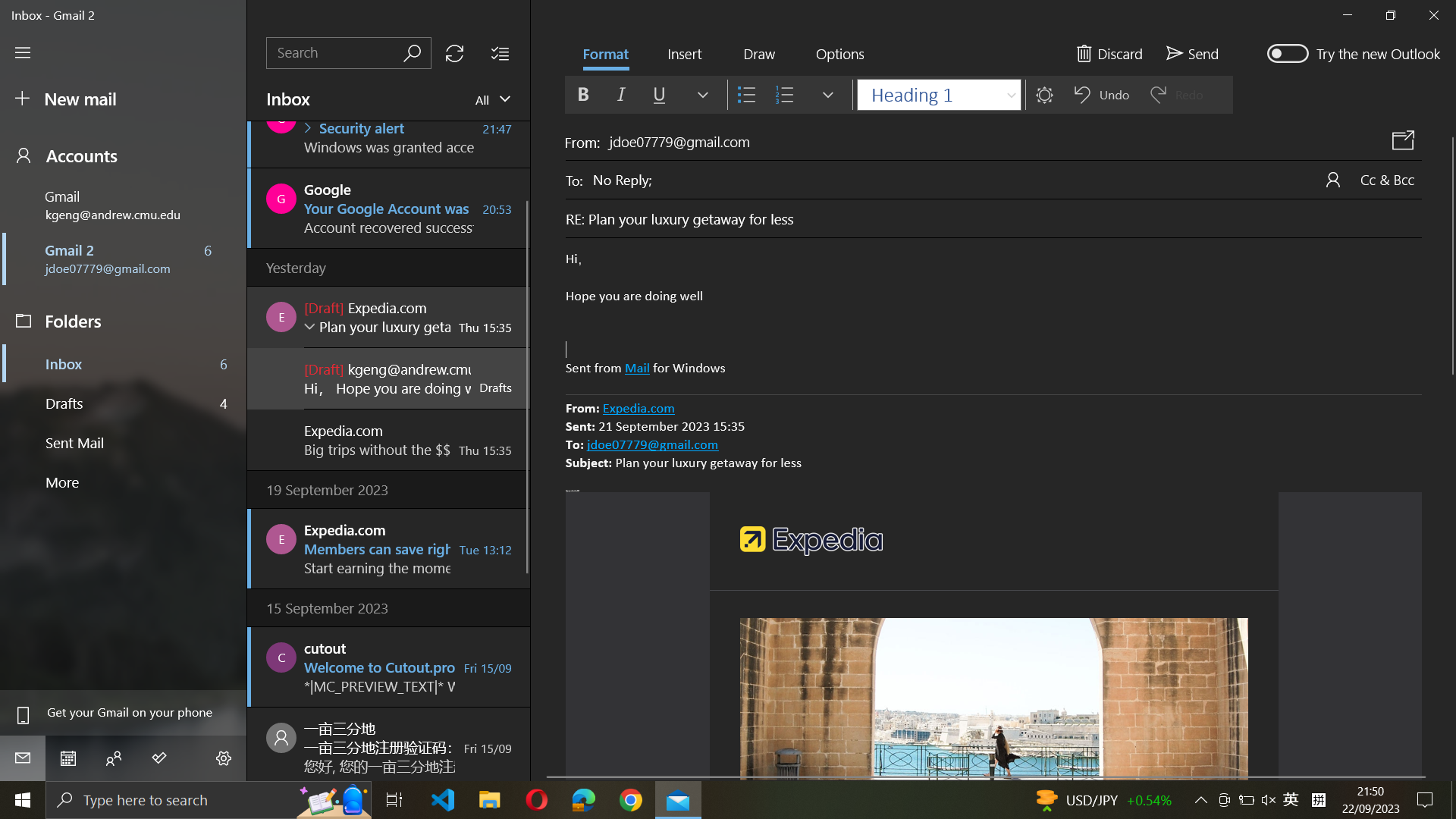 This screenshot has width=1456, height=819. Describe the element at coordinates (1007, 177) in the screenshot. I see `the email receiver to "john@example.com` at that location.